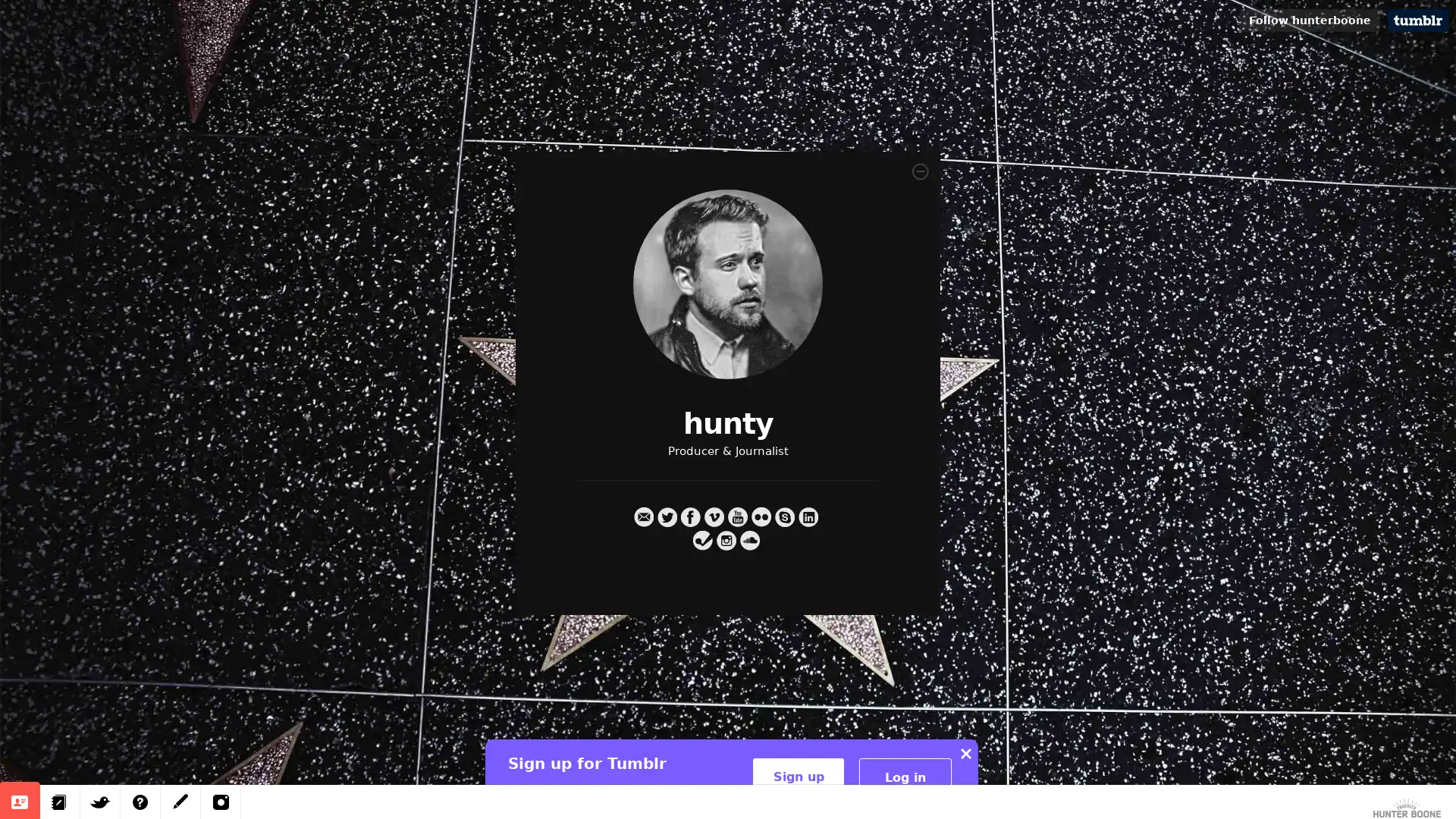 The image size is (1456, 819). What do you see at coordinates (1415, 795) in the screenshot?
I see `enter full screen` at bounding box center [1415, 795].